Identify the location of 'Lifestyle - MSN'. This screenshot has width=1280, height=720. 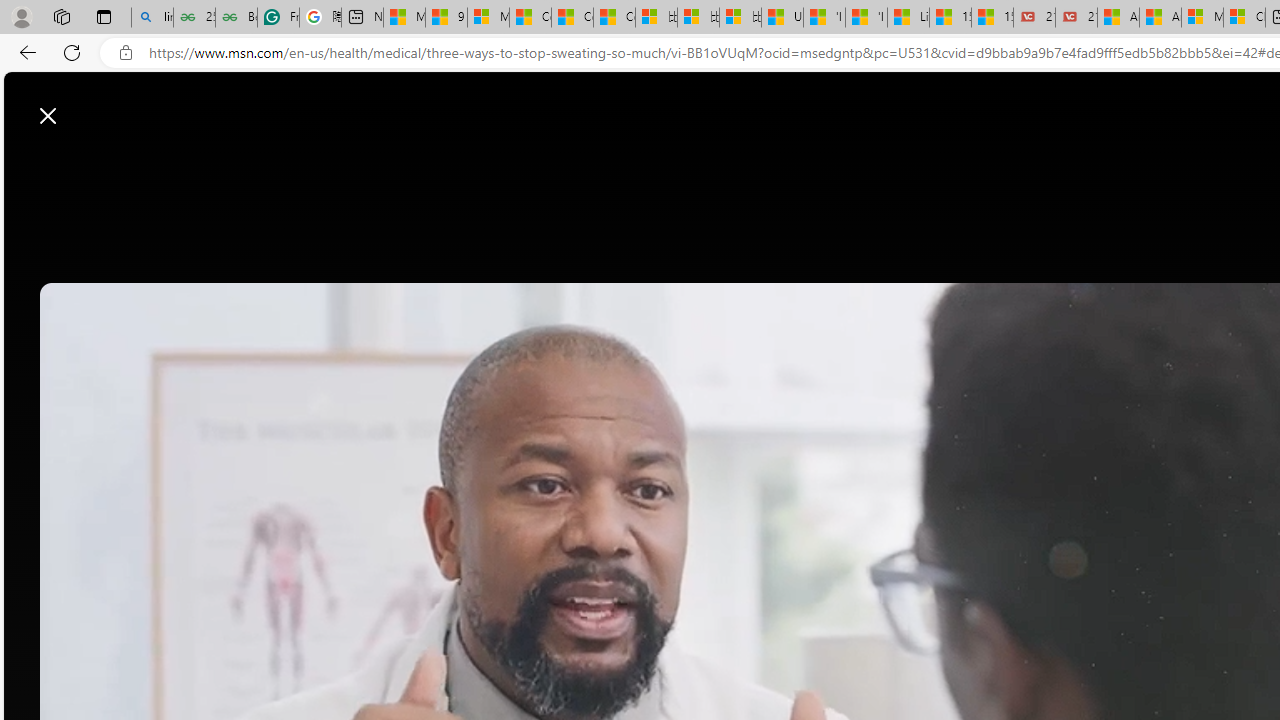
(907, 17).